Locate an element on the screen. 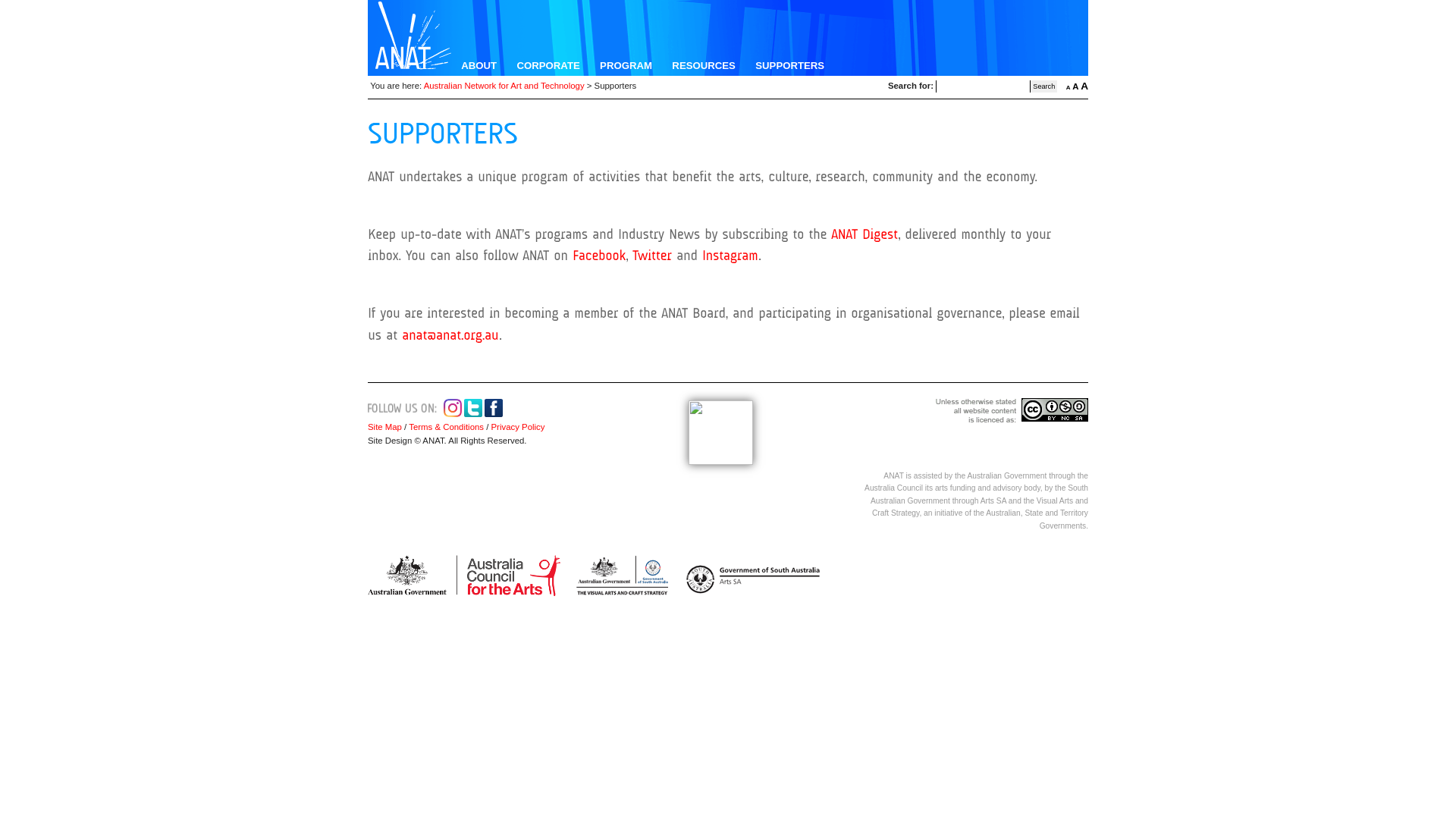 The height and width of the screenshot is (819, 1456). 'A' is located at coordinates (1065, 87).